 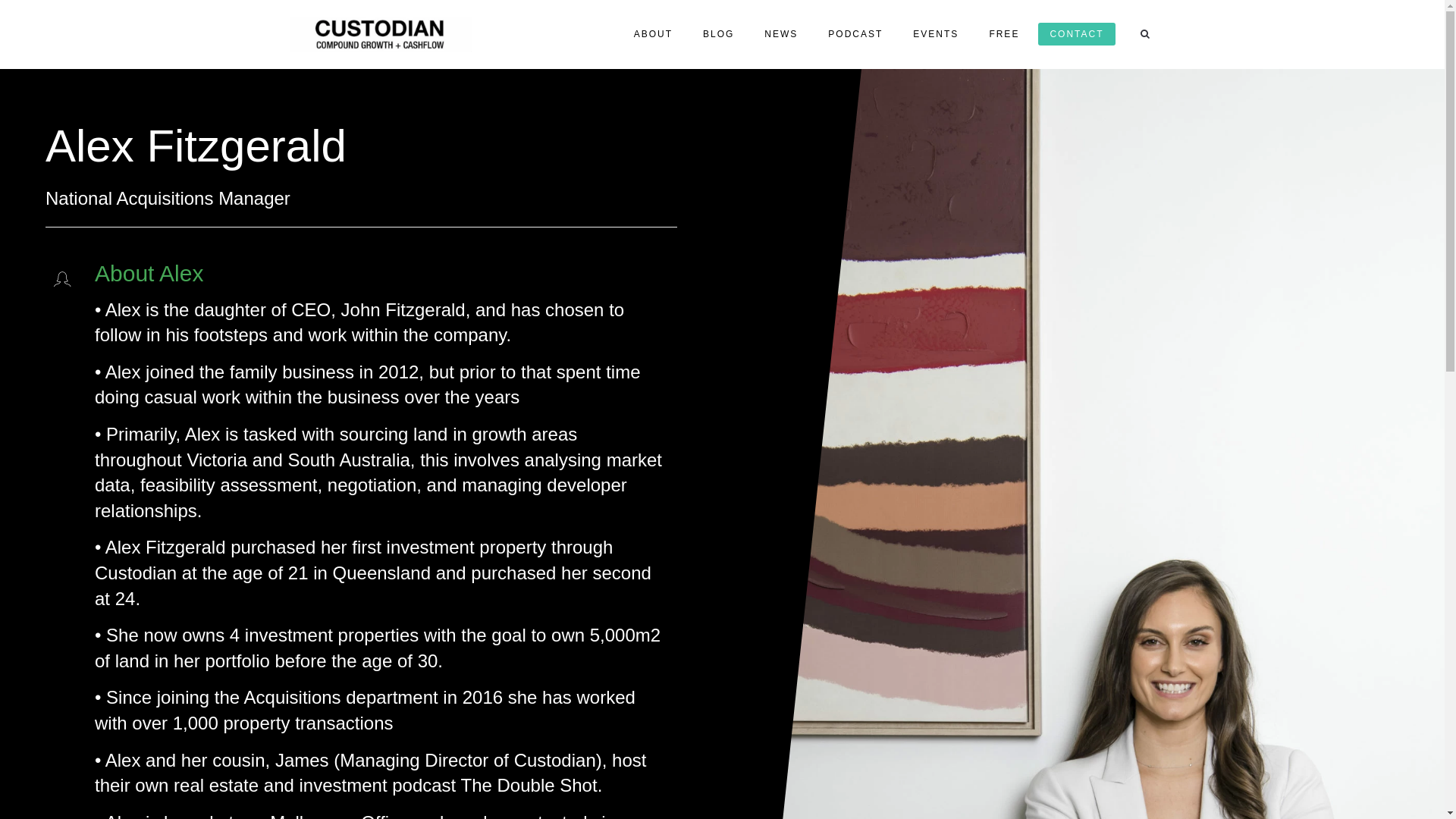 I want to click on 'ABOUT', so click(x=653, y=34).